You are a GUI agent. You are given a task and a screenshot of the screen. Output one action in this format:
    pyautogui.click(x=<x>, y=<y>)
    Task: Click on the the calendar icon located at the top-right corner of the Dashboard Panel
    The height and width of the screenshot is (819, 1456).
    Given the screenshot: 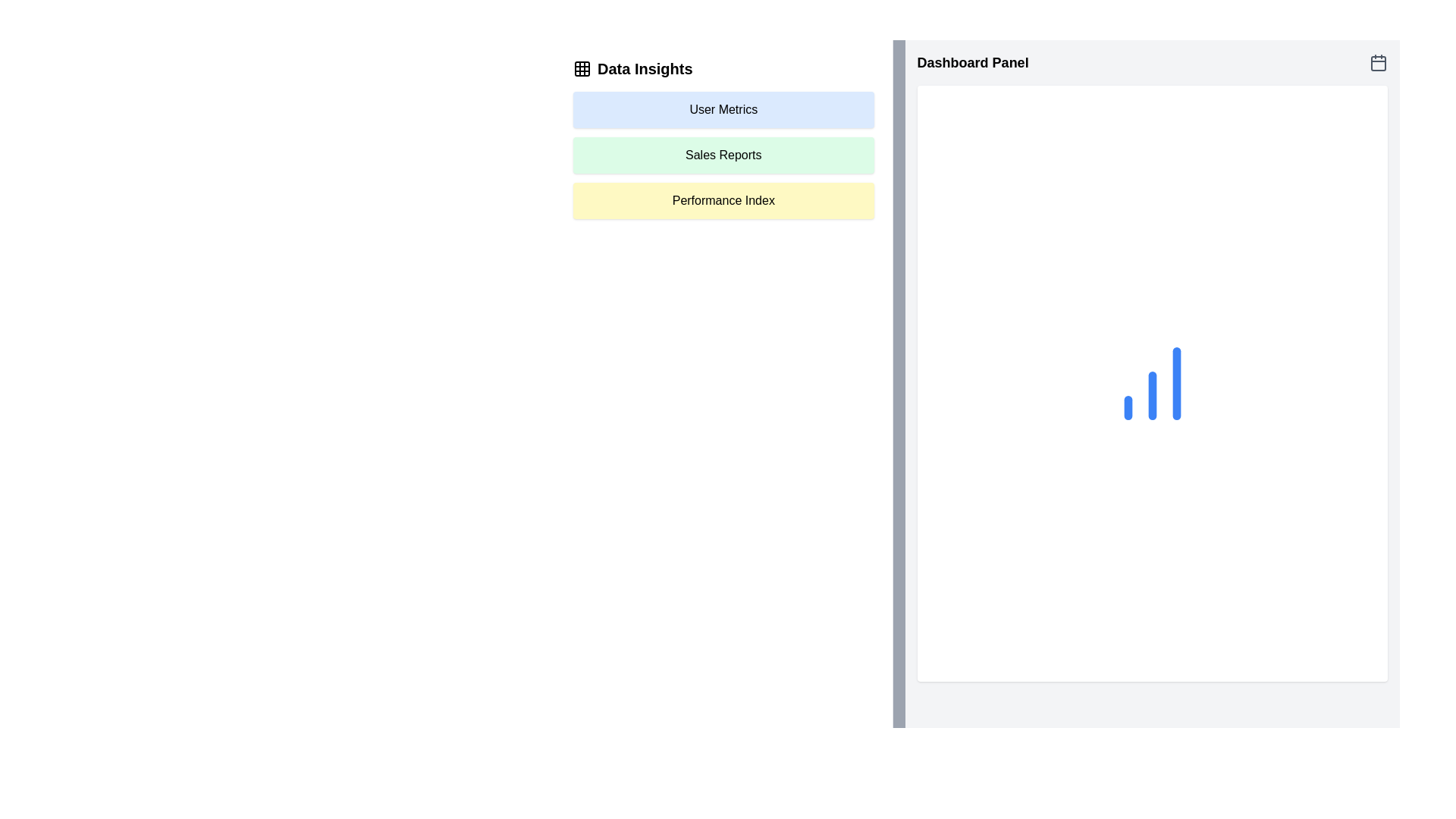 What is the action you would take?
    pyautogui.click(x=1379, y=62)
    